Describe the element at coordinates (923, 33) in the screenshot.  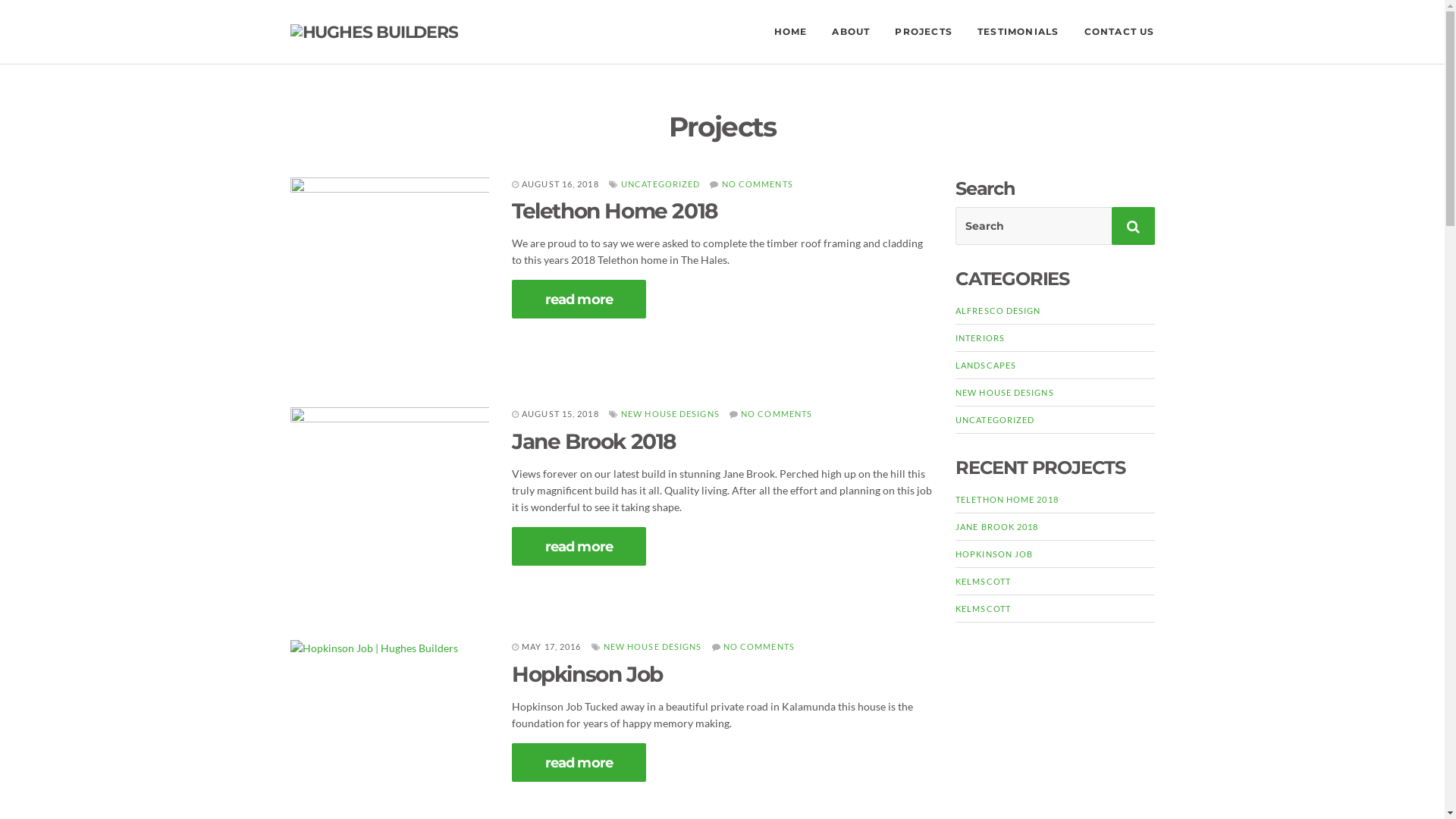
I see `'PROJECTS'` at that location.